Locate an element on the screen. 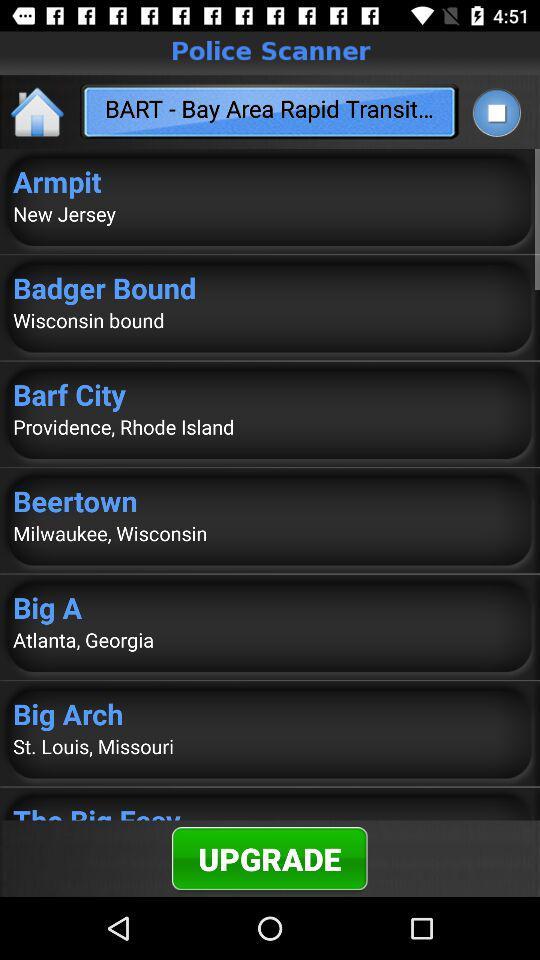 The height and width of the screenshot is (960, 540). the app below the big a app is located at coordinates (270, 638).